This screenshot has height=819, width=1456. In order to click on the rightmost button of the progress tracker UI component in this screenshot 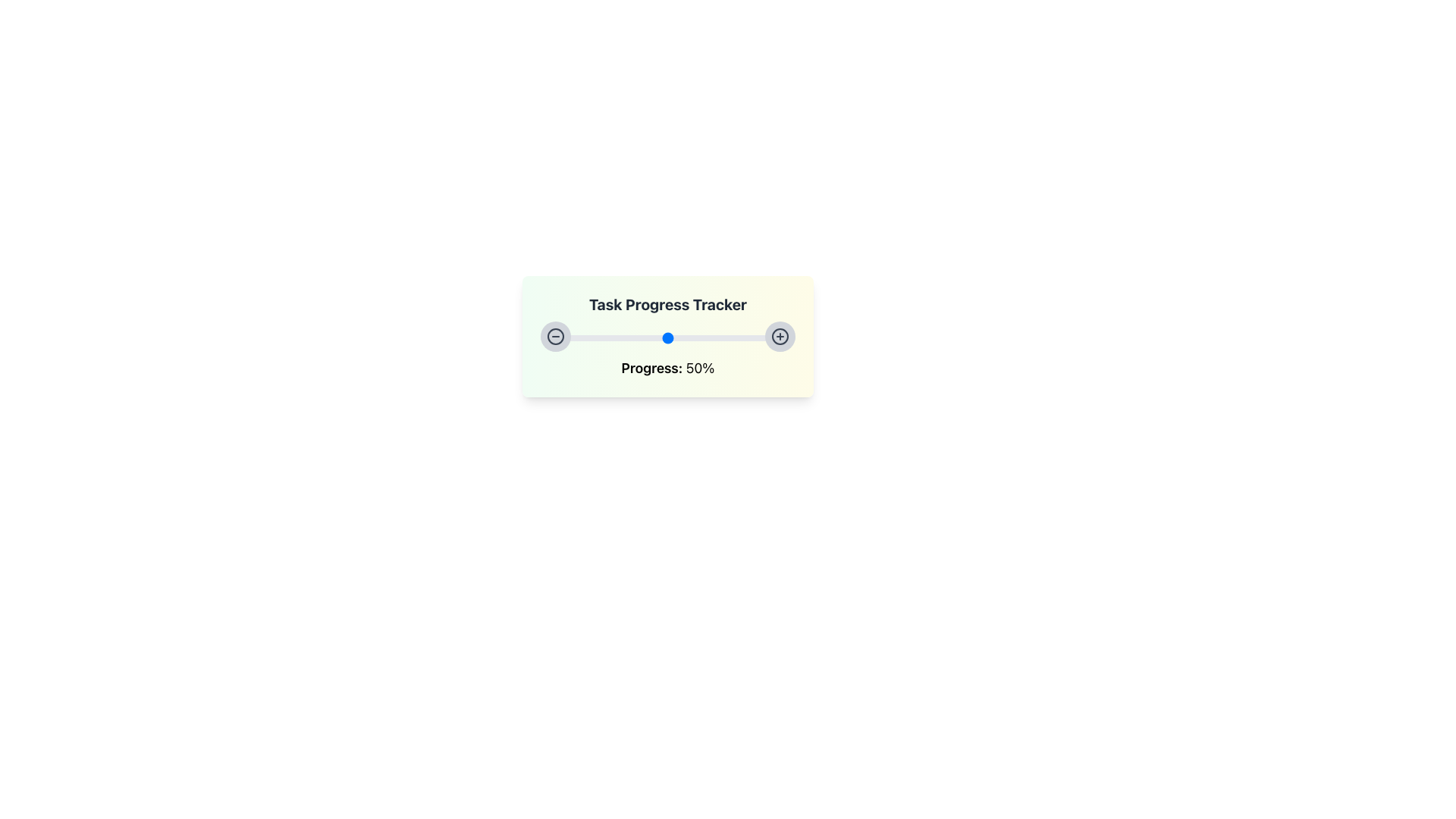, I will do `click(780, 335)`.